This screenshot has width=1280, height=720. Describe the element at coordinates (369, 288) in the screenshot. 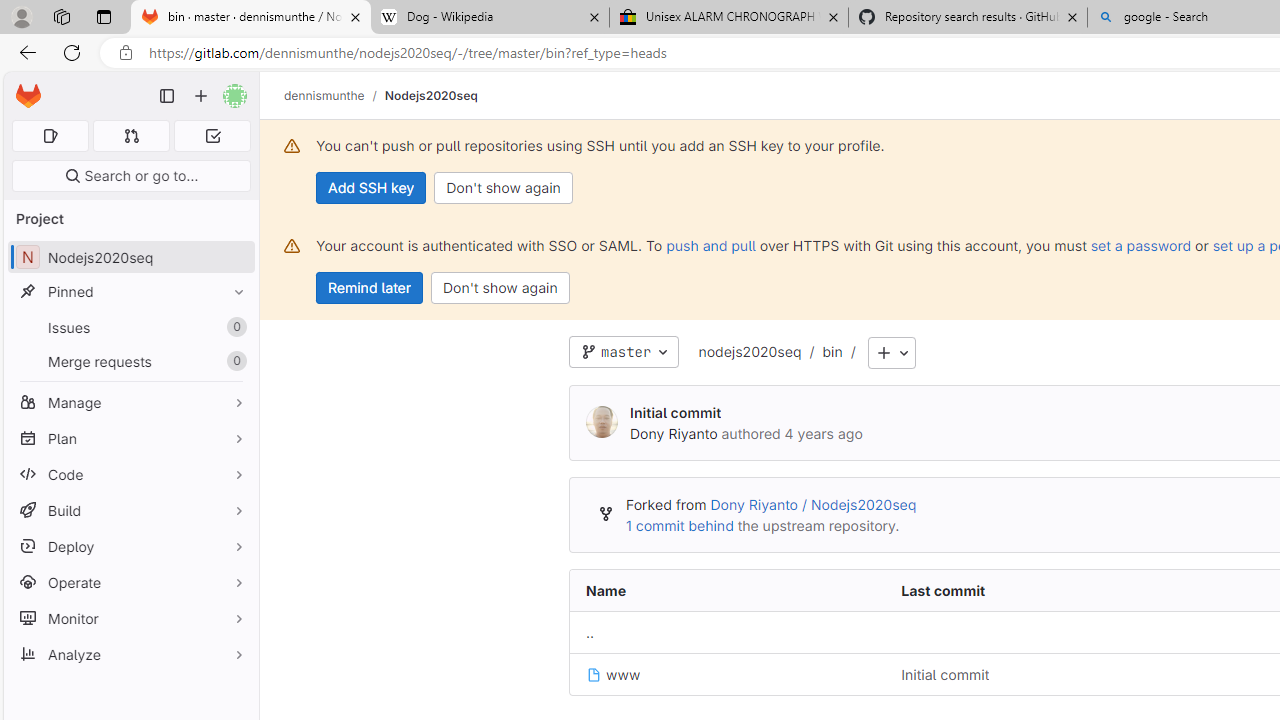

I see `'Remind later'` at that location.